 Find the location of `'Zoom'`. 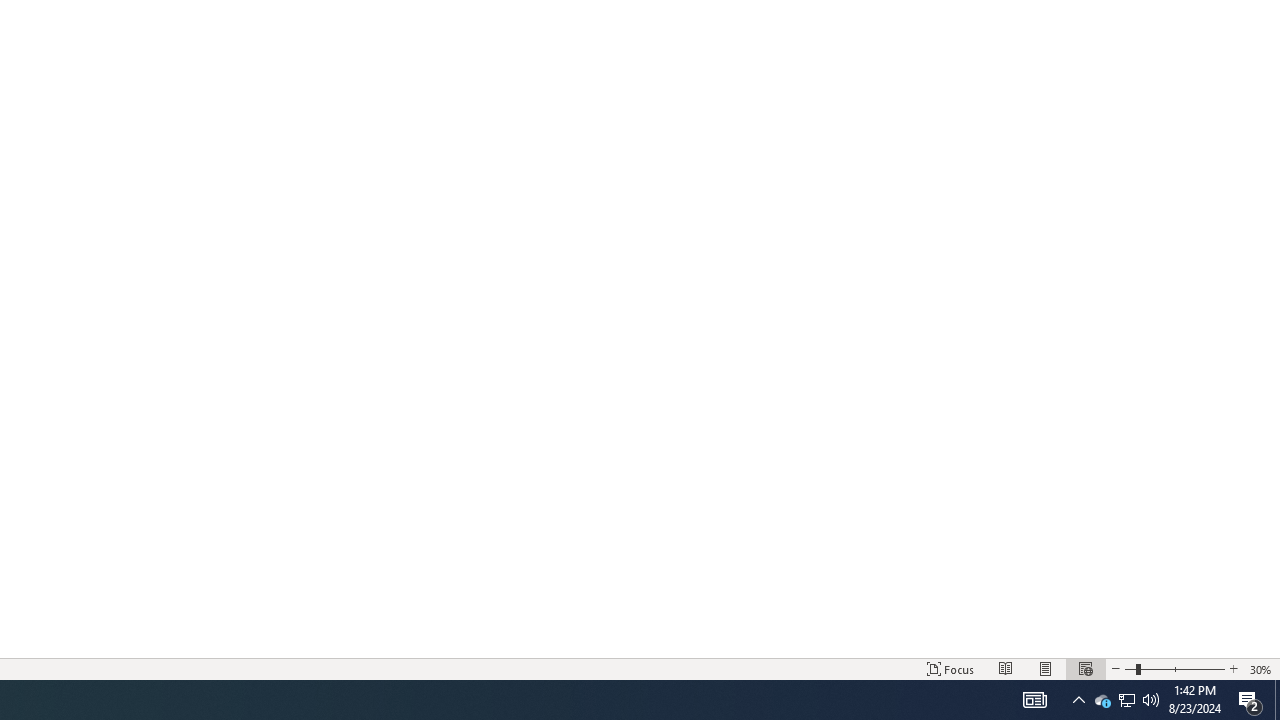

'Zoom' is located at coordinates (1175, 669).